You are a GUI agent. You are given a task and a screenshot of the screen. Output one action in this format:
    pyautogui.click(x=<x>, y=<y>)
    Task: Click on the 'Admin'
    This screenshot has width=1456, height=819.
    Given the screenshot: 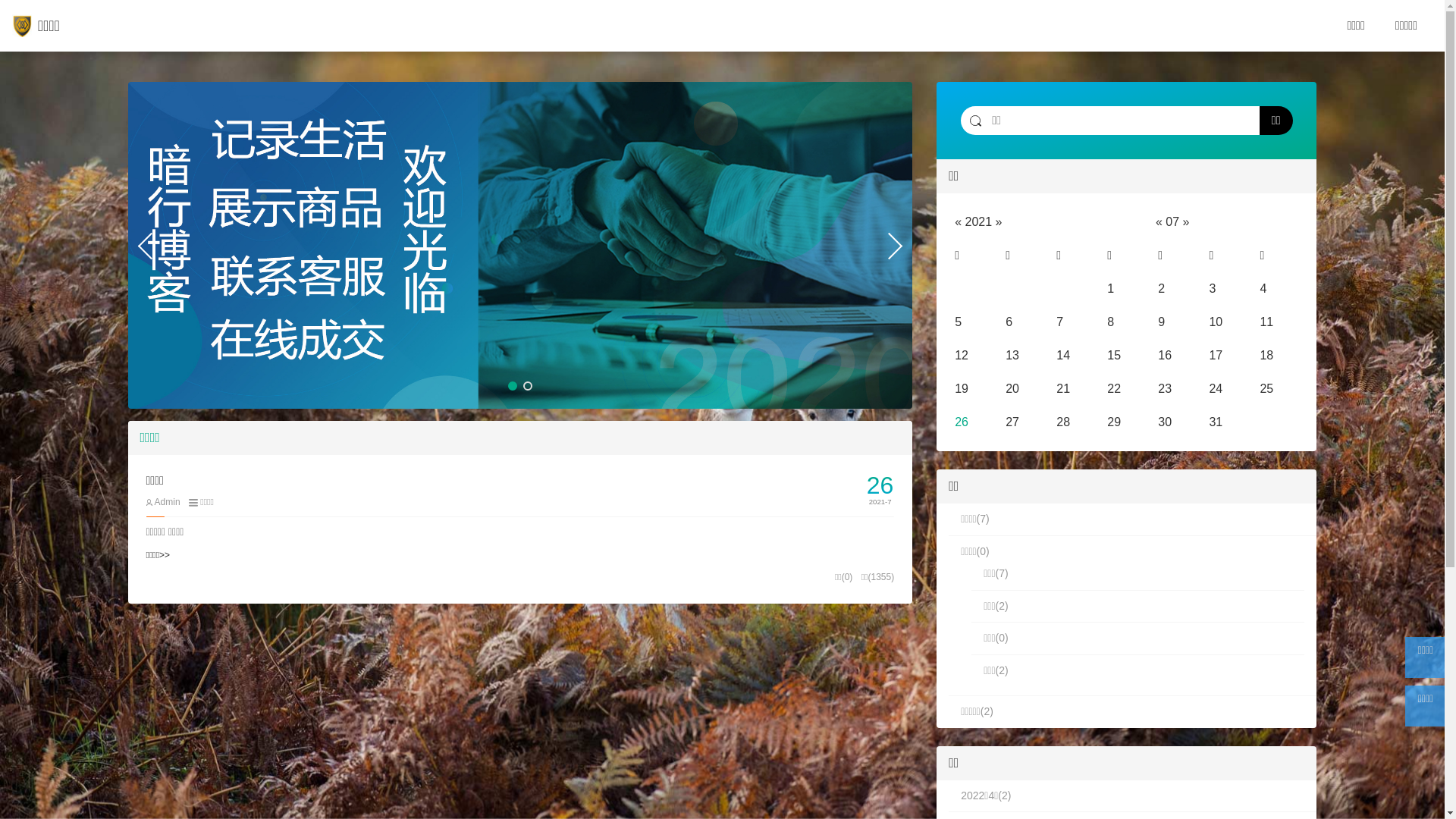 What is the action you would take?
    pyautogui.click(x=162, y=502)
    